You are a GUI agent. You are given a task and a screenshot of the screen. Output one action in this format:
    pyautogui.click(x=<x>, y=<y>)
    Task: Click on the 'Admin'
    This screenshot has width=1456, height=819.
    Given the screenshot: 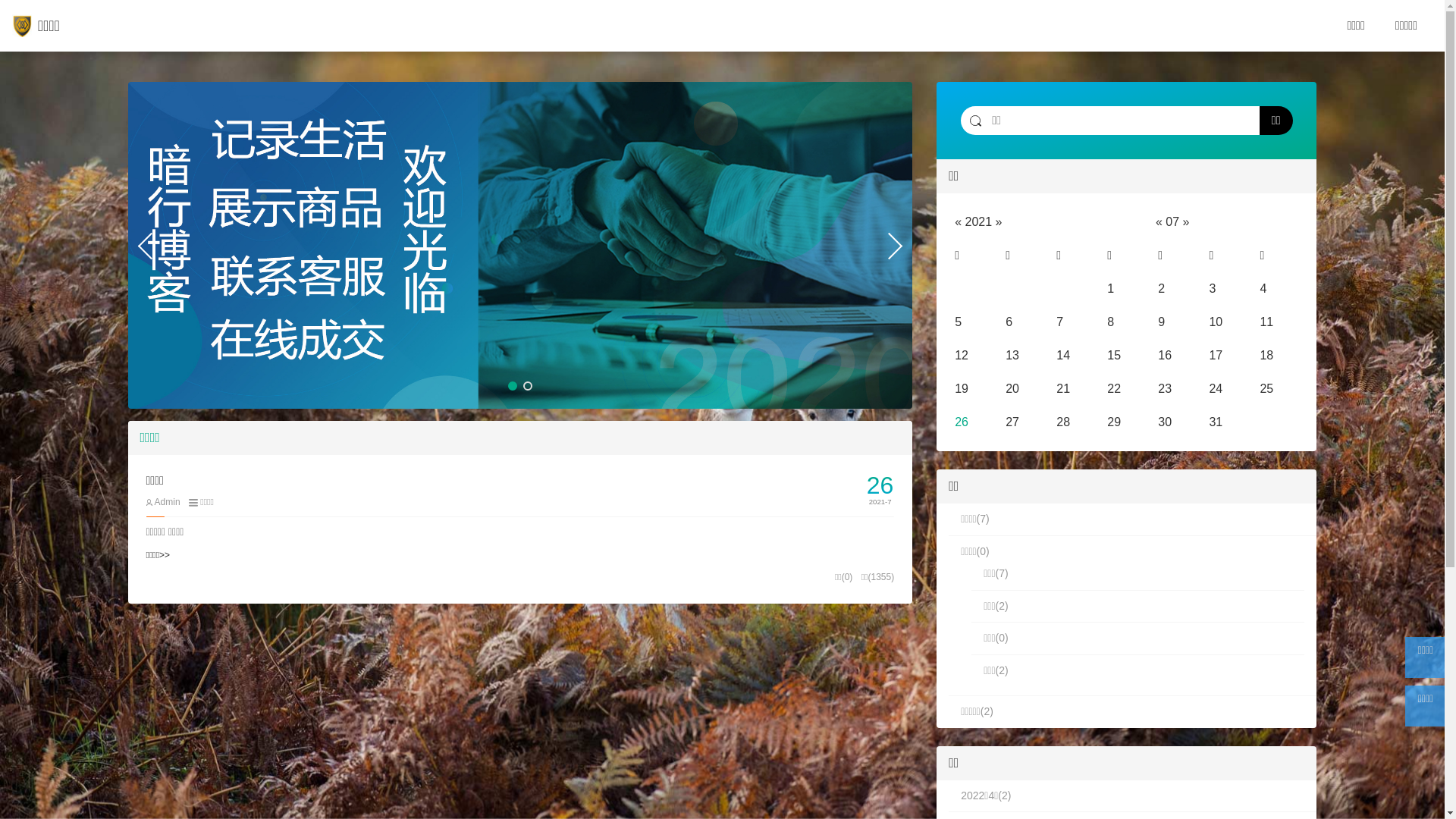 What is the action you would take?
    pyautogui.click(x=162, y=502)
    